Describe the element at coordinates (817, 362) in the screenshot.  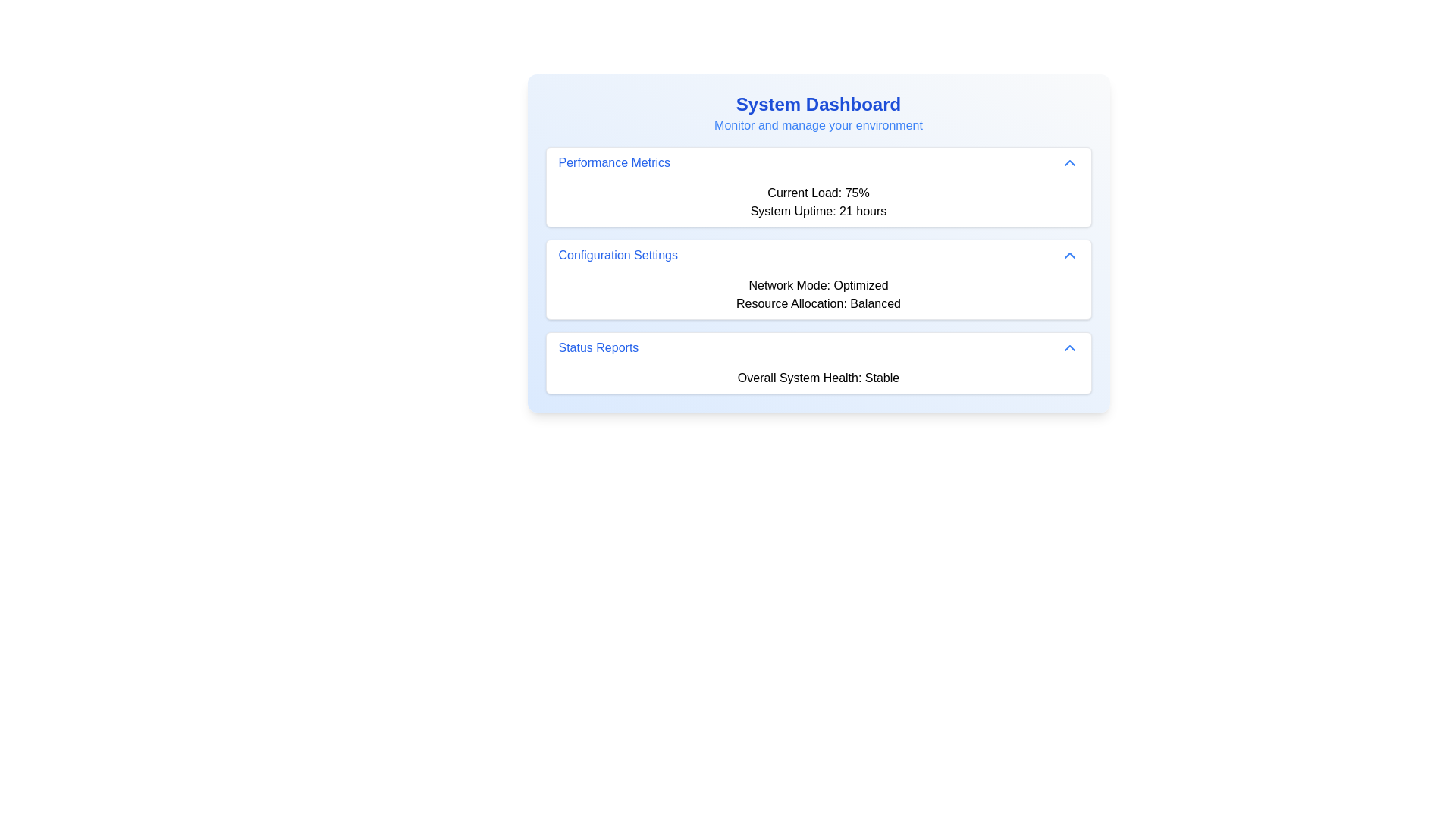
I see `the third Collapsible Card in the vertical list` at that location.